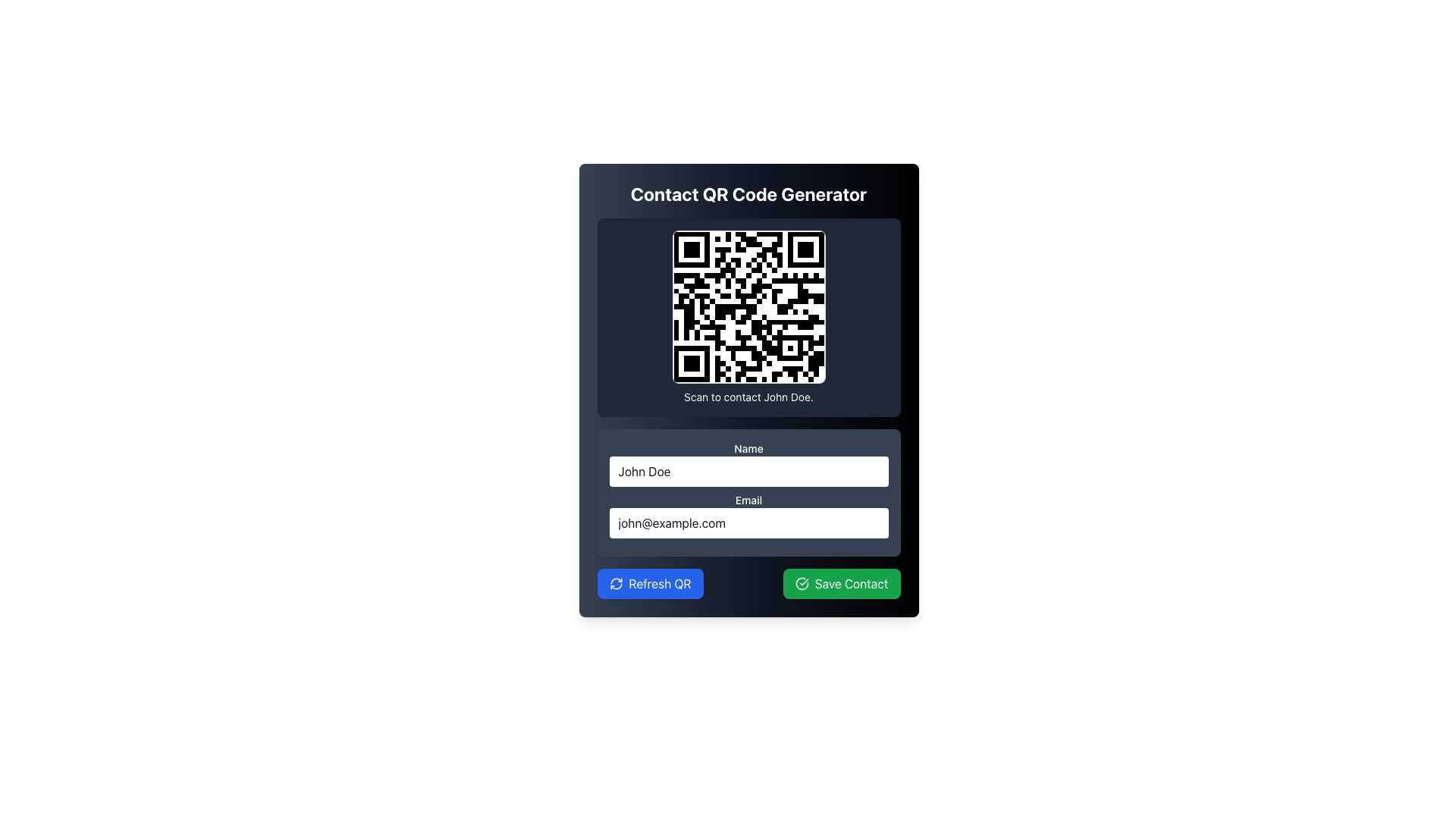  Describe the element at coordinates (748, 463) in the screenshot. I see `the 'Name' text input field` at that location.